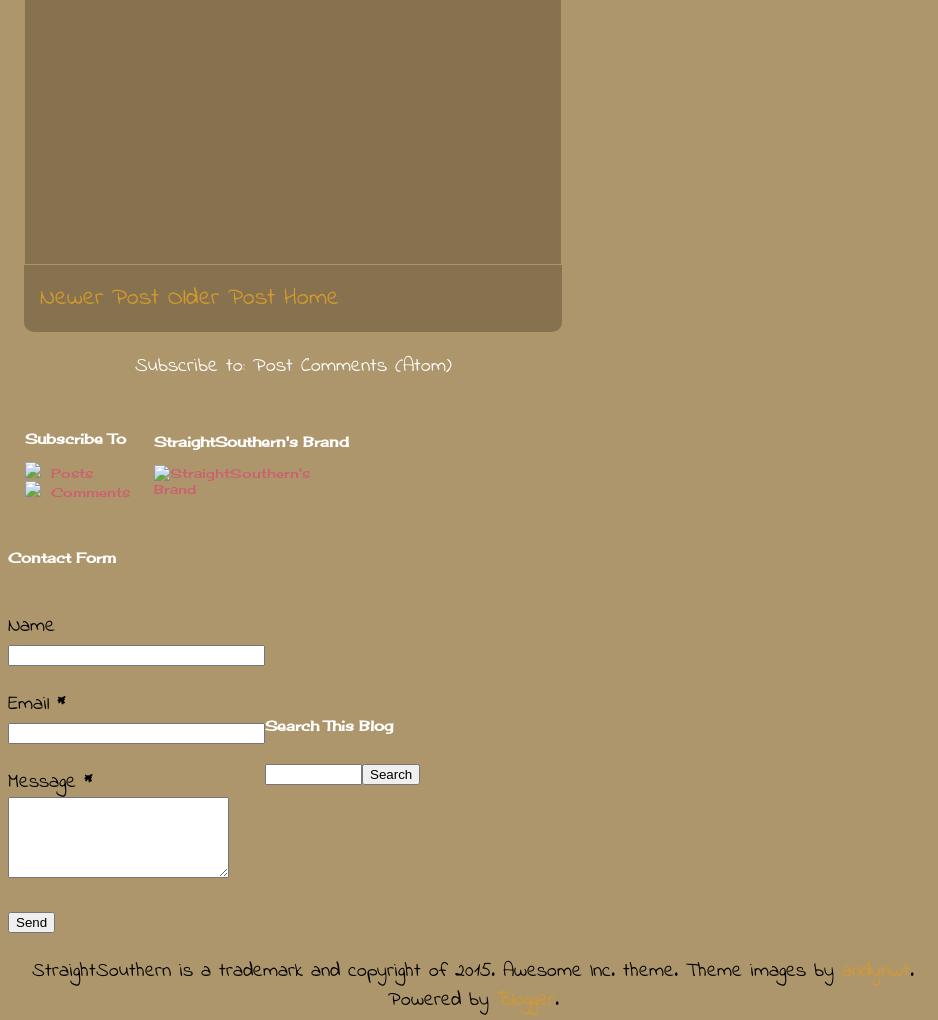 Image resolution: width=938 pixels, height=1020 pixels. Describe the element at coordinates (75, 437) in the screenshot. I see `'Subscribe To'` at that location.